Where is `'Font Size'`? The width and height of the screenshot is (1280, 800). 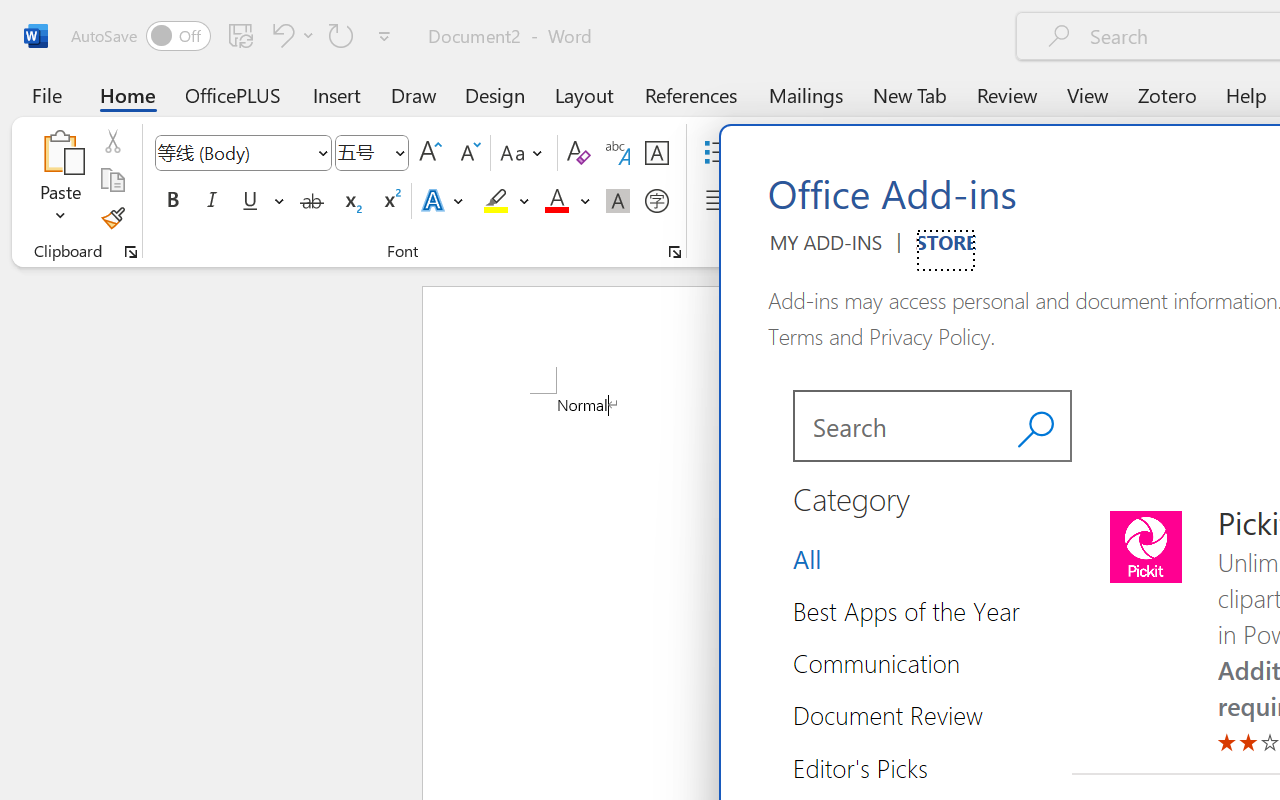 'Font Size' is located at coordinates (372, 153).